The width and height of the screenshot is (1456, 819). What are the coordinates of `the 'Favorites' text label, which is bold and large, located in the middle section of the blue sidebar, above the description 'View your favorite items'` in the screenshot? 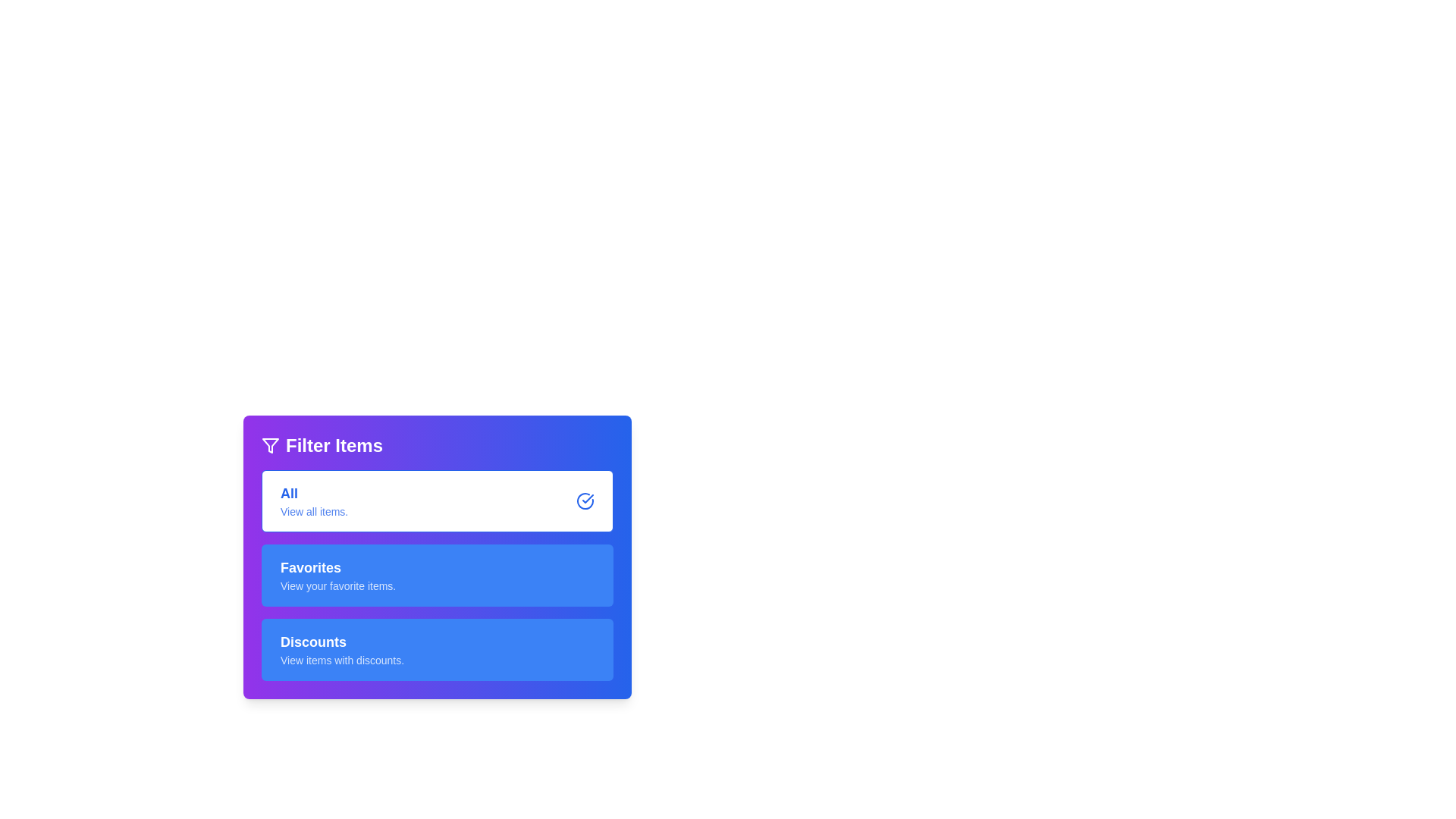 It's located at (337, 567).